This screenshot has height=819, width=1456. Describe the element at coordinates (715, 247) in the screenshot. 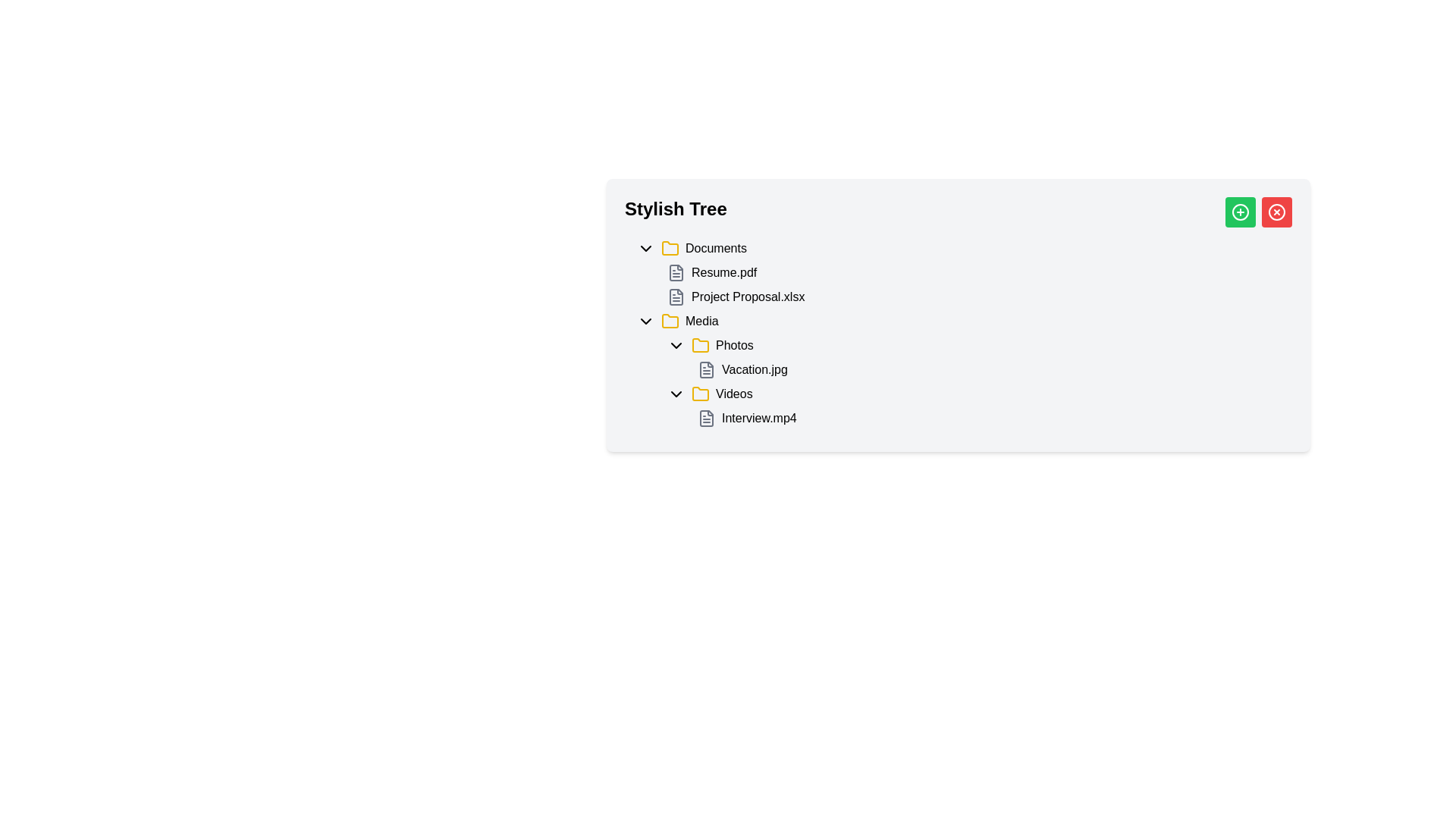

I see `the 'Documents' text label located` at that location.